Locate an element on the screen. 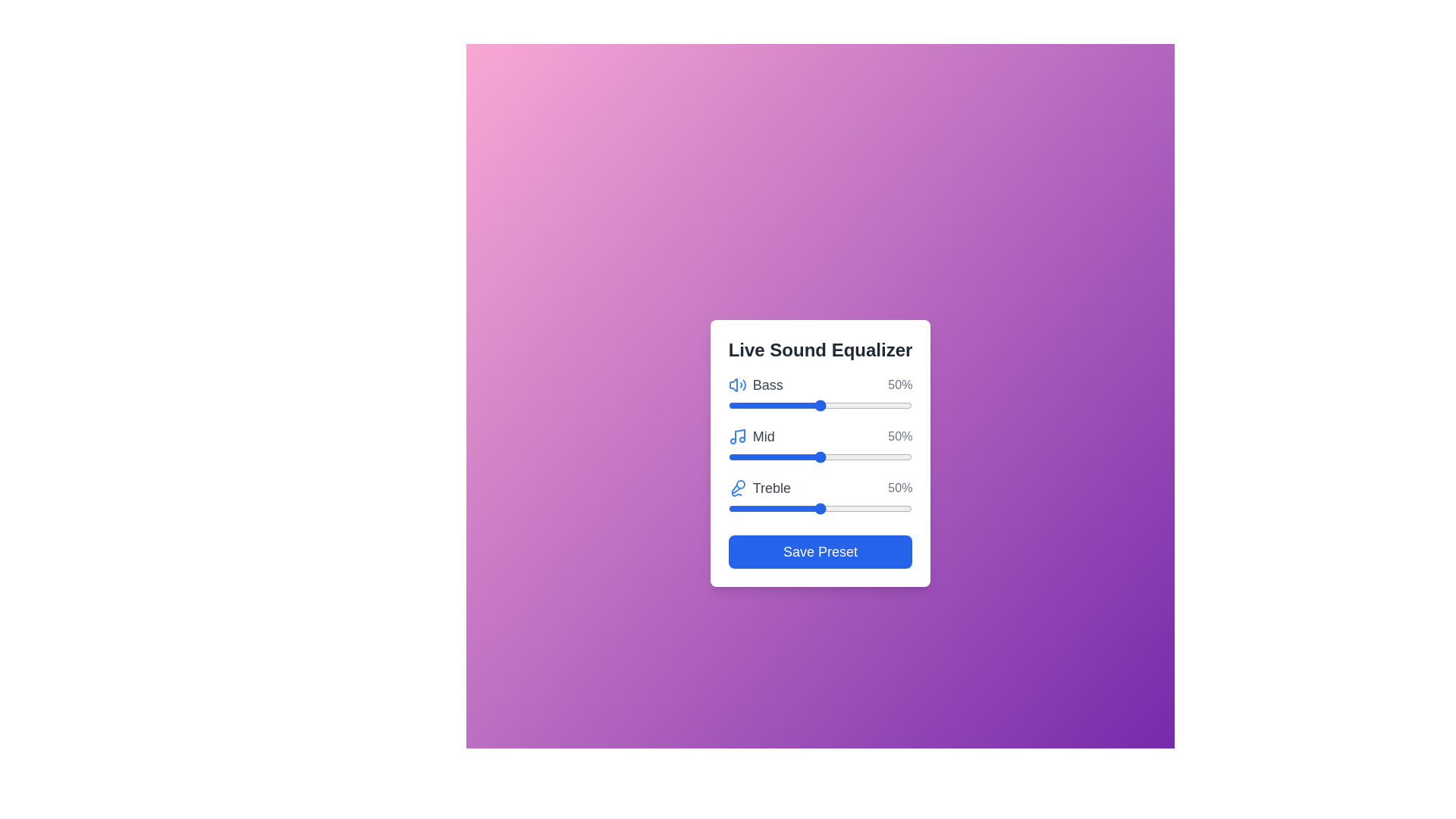  the Treble slider to 55% is located at coordinates (829, 509).